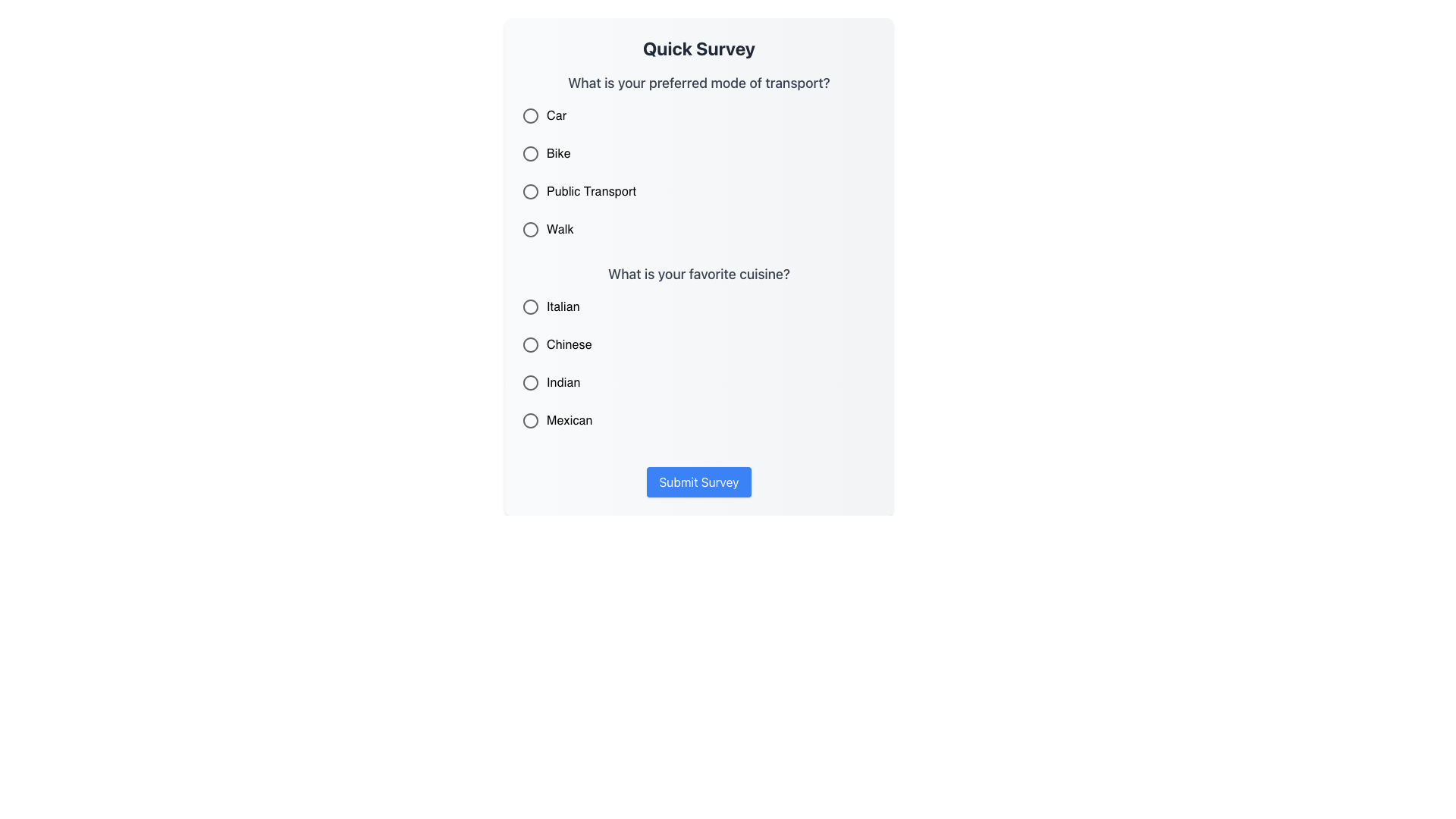 The width and height of the screenshot is (1456, 819). What do you see at coordinates (531, 191) in the screenshot?
I see `the 'Public Transport' radio button` at bounding box center [531, 191].